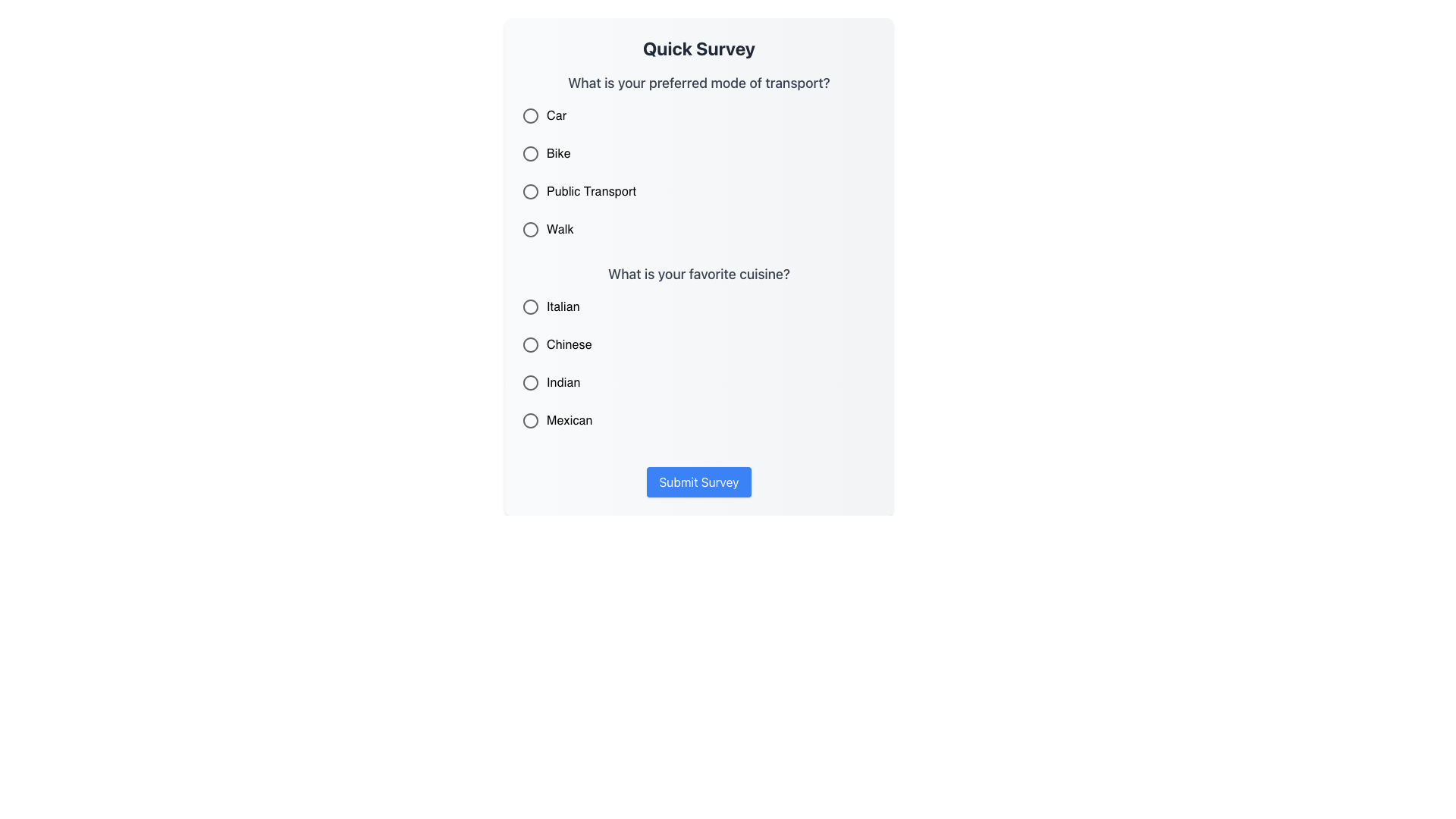 The width and height of the screenshot is (1456, 819). What do you see at coordinates (531, 191) in the screenshot?
I see `the 'Public Transport' radio button` at bounding box center [531, 191].